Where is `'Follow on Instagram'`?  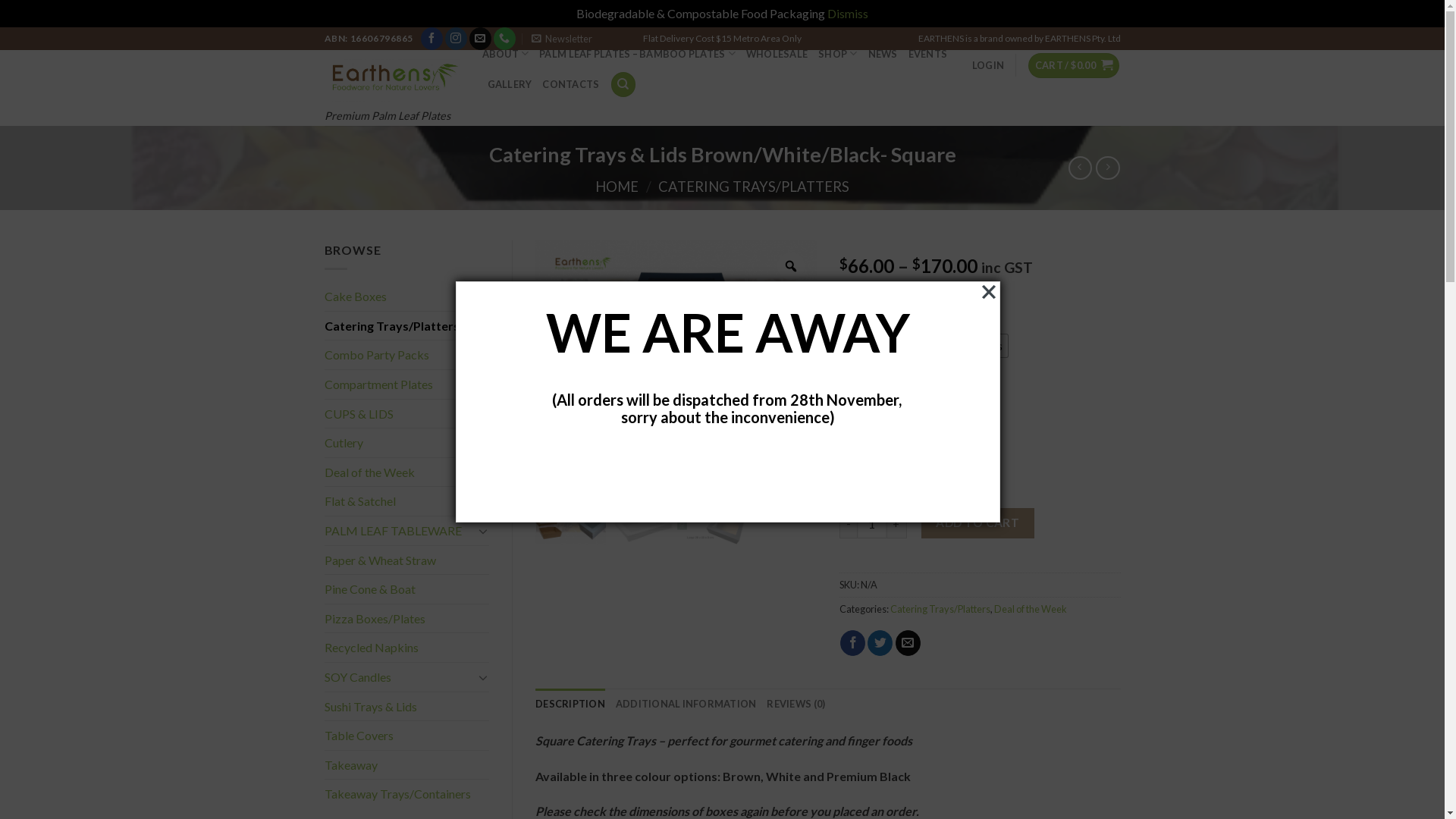
'Follow on Instagram' is located at coordinates (444, 37).